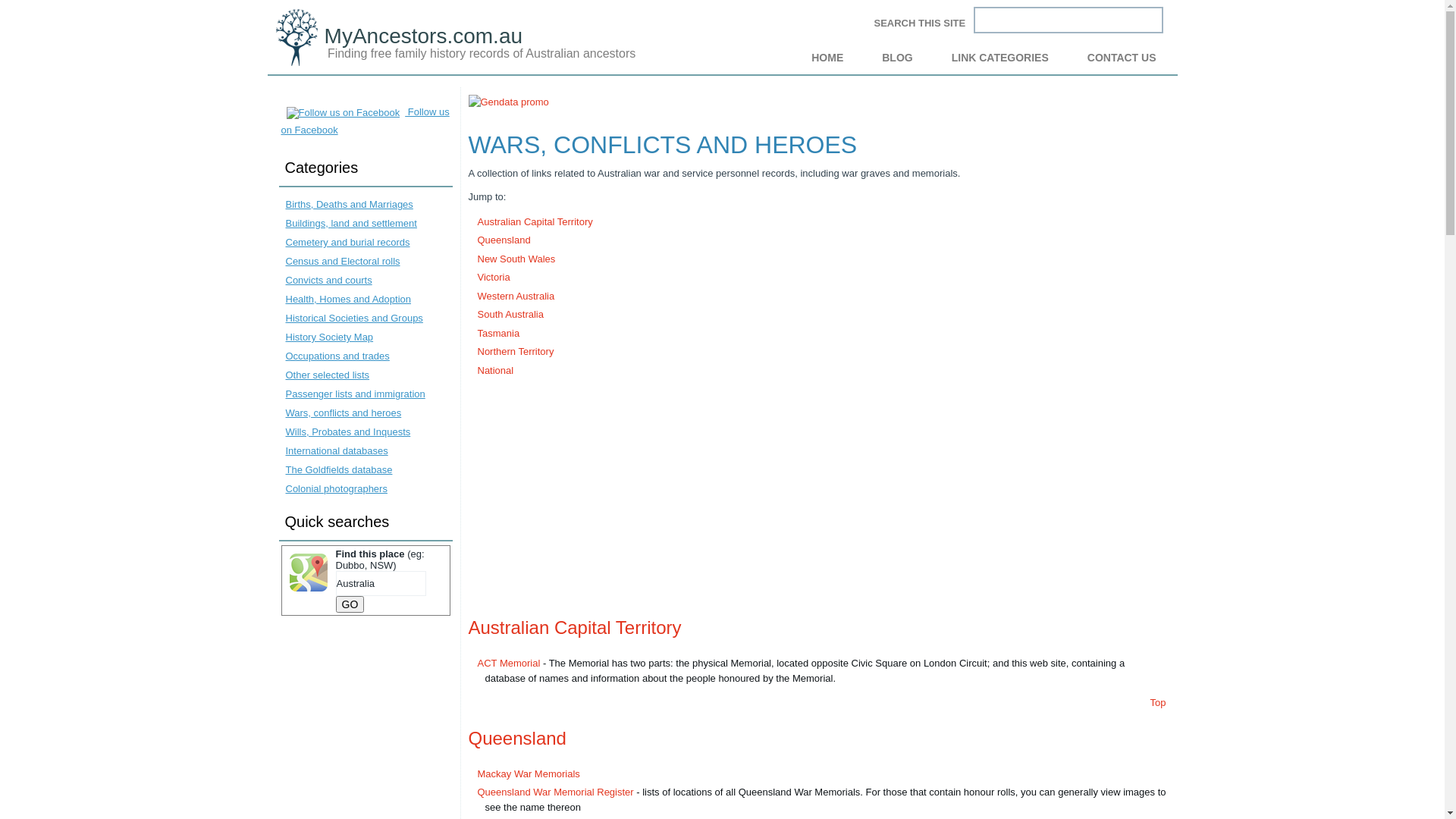  What do you see at coordinates (1000, 57) in the screenshot?
I see `'LINK CATEGORIES'` at bounding box center [1000, 57].